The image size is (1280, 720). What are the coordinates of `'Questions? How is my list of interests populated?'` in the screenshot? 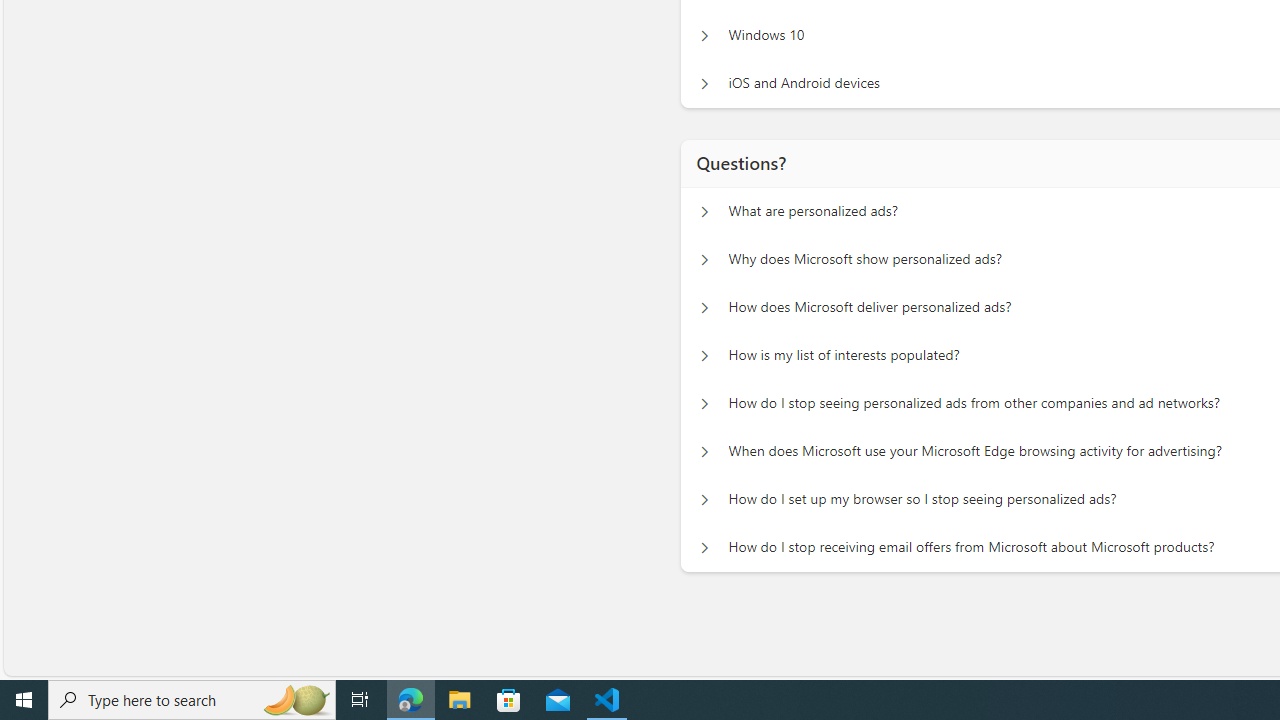 It's located at (702, 355).